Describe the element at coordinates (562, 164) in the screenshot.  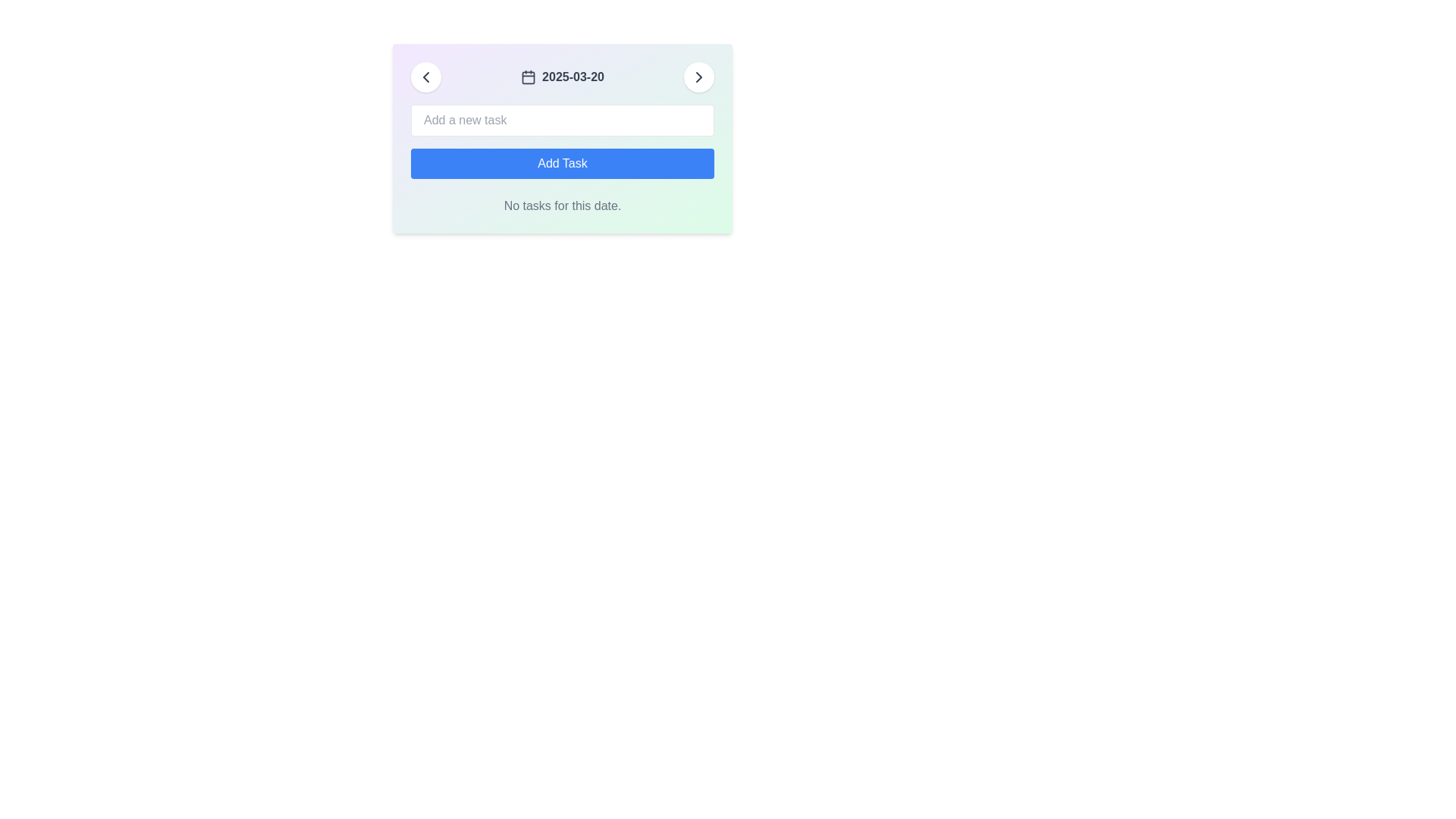
I see `the button located below the 'Add a new task' input field` at that location.